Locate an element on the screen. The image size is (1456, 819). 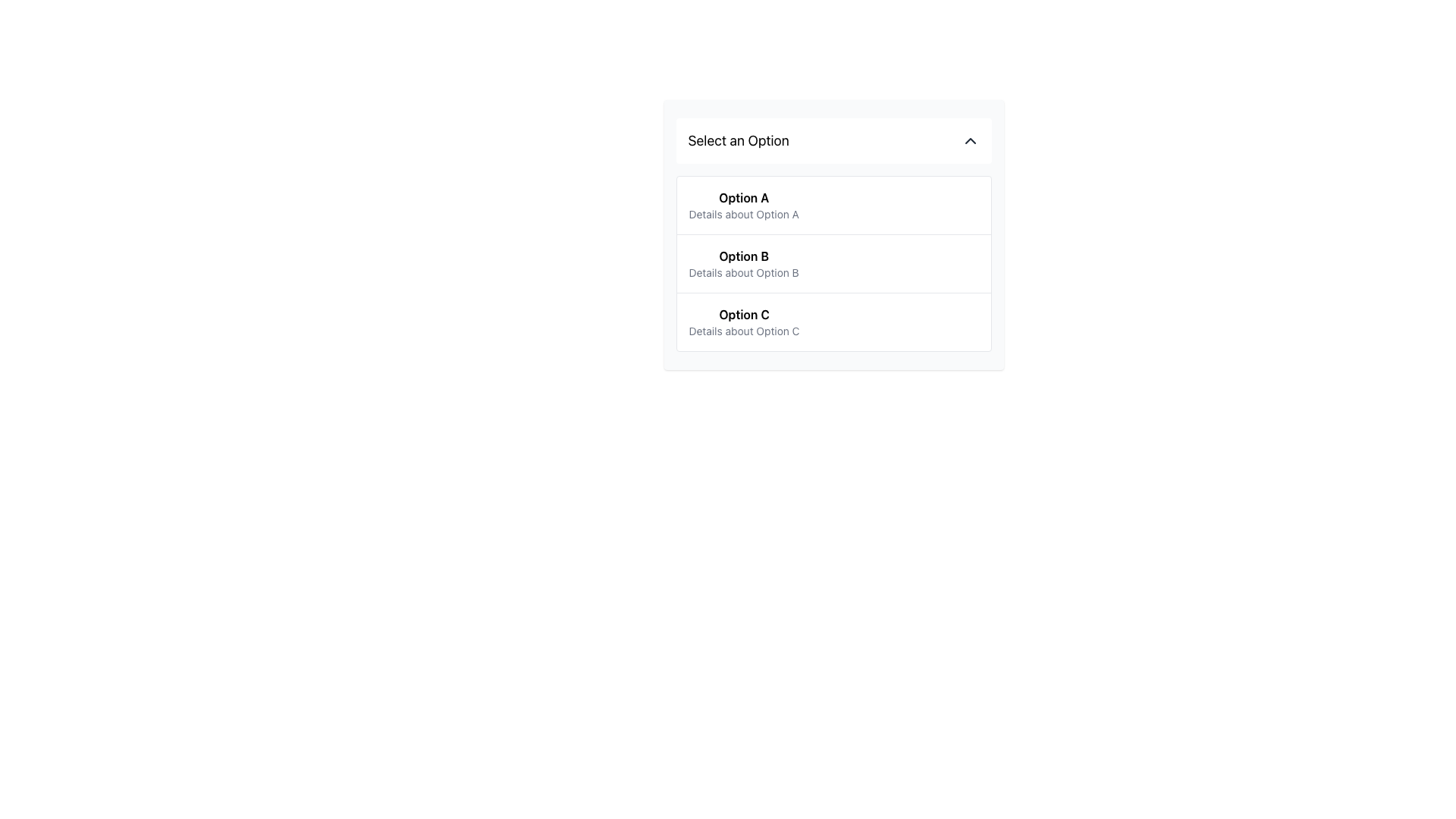
the Text Label that prompts the user to select an option from the dropdown menu, positioned towards the left in a horizontal flexbox layout is located at coordinates (739, 140).